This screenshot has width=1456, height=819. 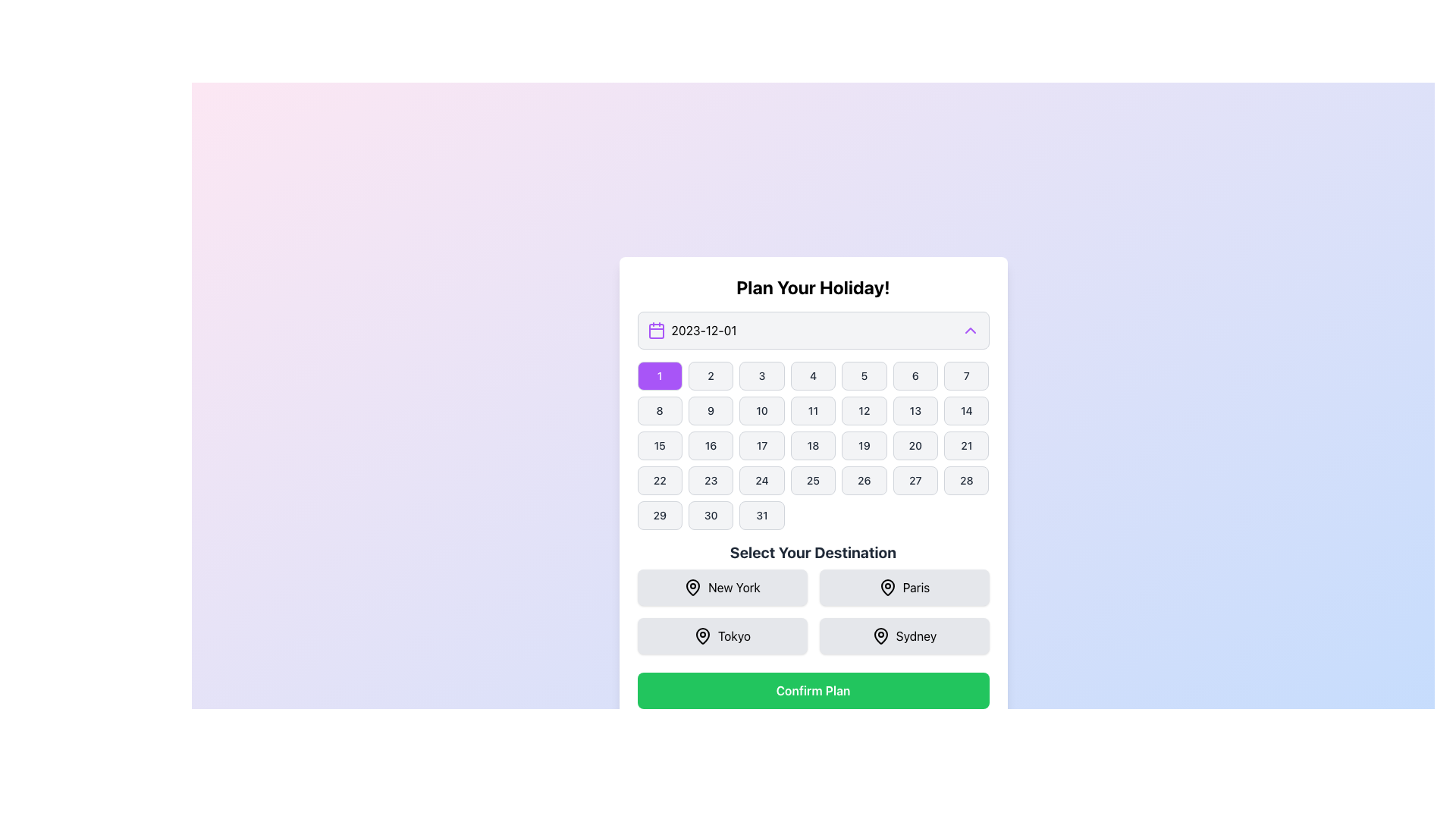 I want to click on the mouse pointer over the calendar button displaying '16', so click(x=710, y=444).